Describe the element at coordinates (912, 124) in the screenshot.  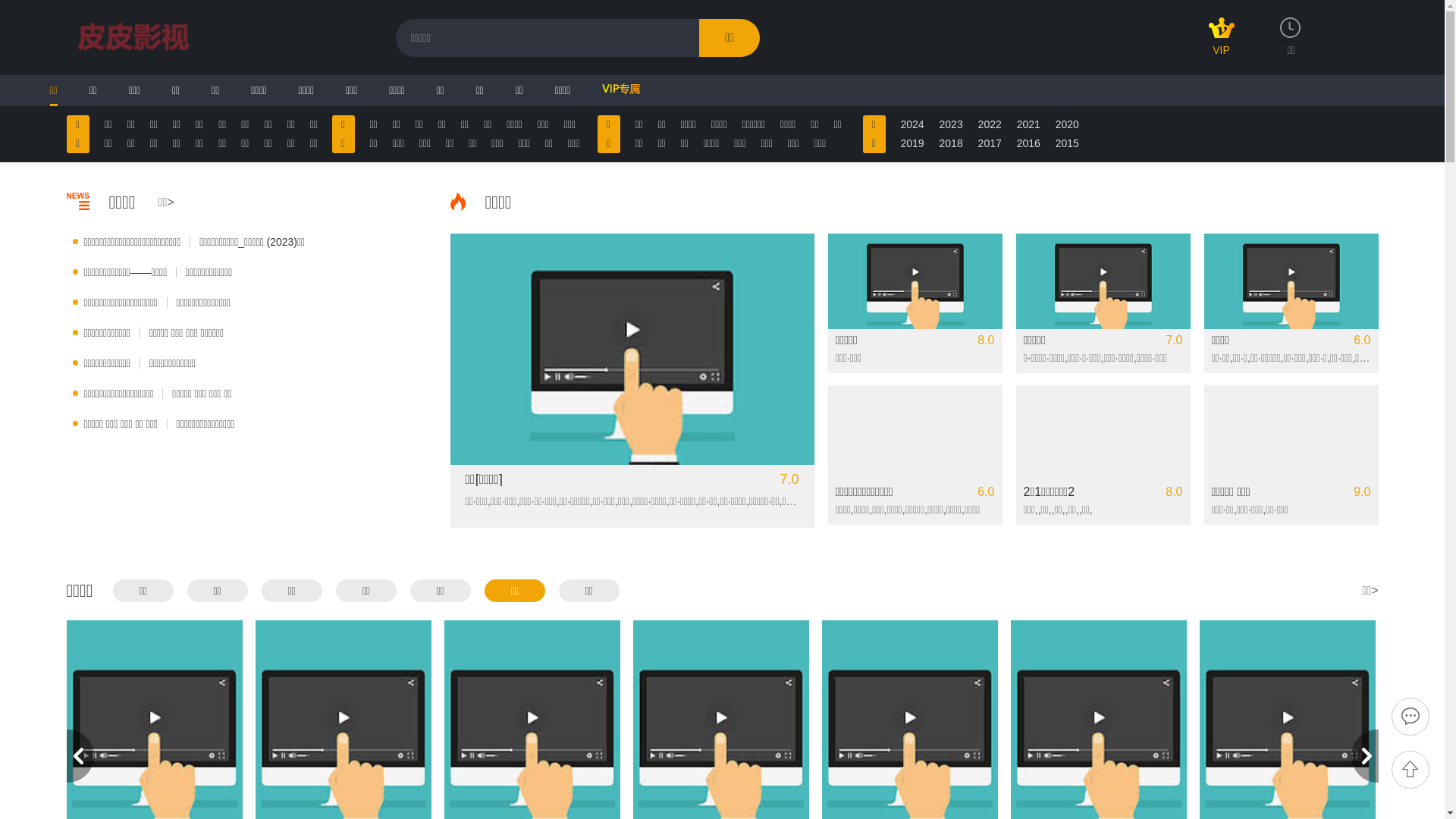
I see `'2024'` at that location.